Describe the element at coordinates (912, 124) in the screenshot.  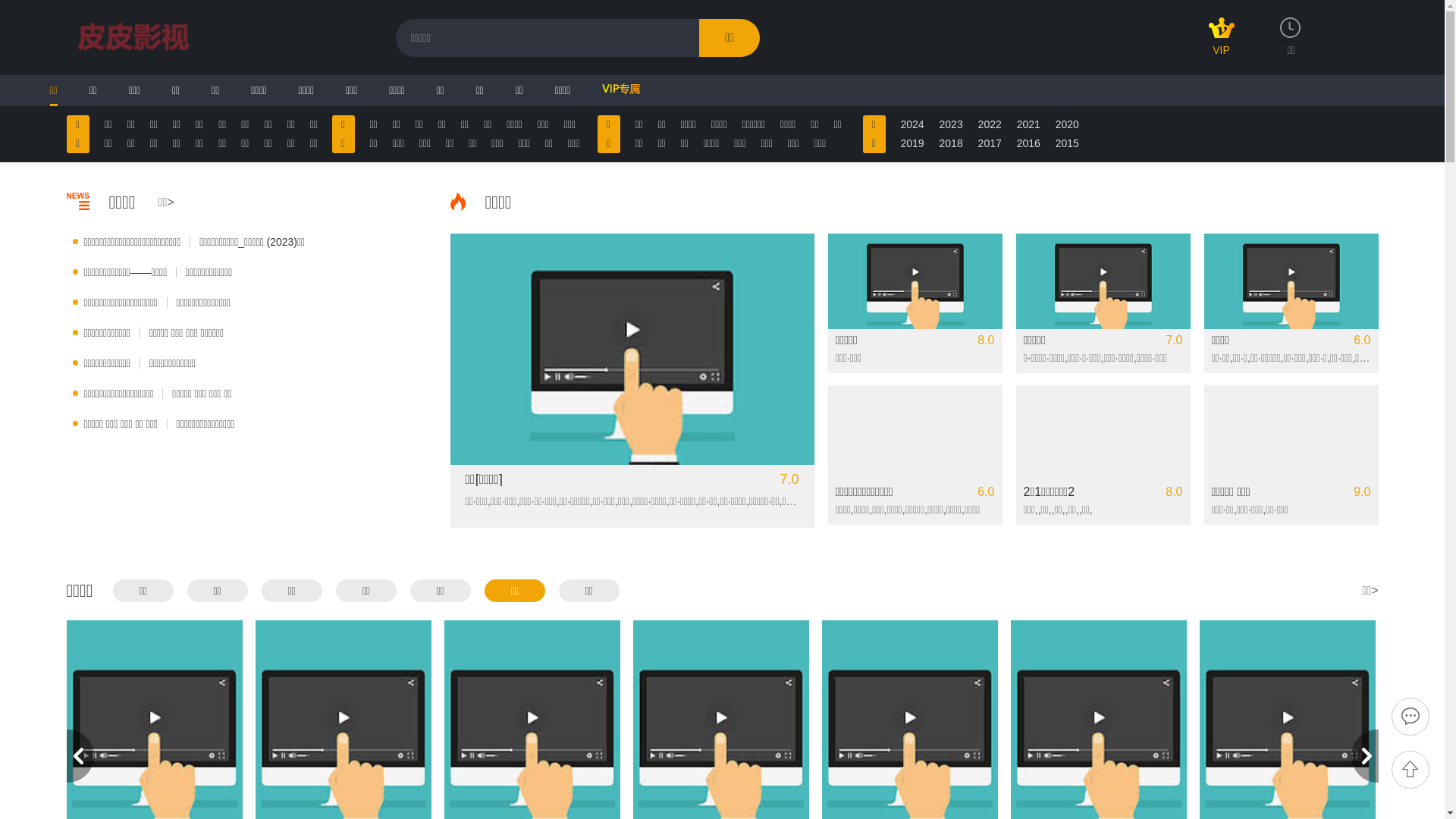
I see `'2024'` at that location.